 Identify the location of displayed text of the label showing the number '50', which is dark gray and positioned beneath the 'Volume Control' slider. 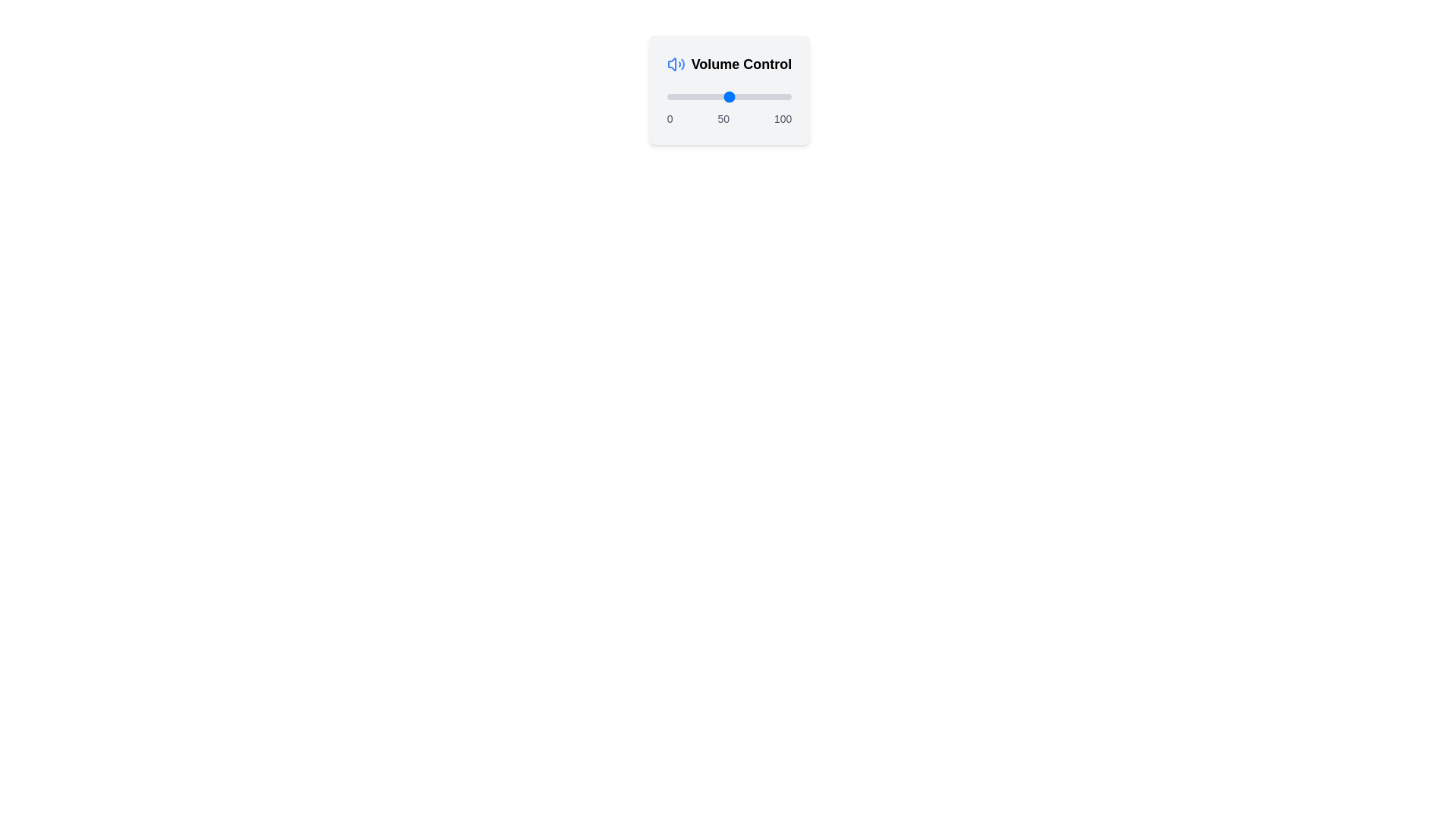
(723, 118).